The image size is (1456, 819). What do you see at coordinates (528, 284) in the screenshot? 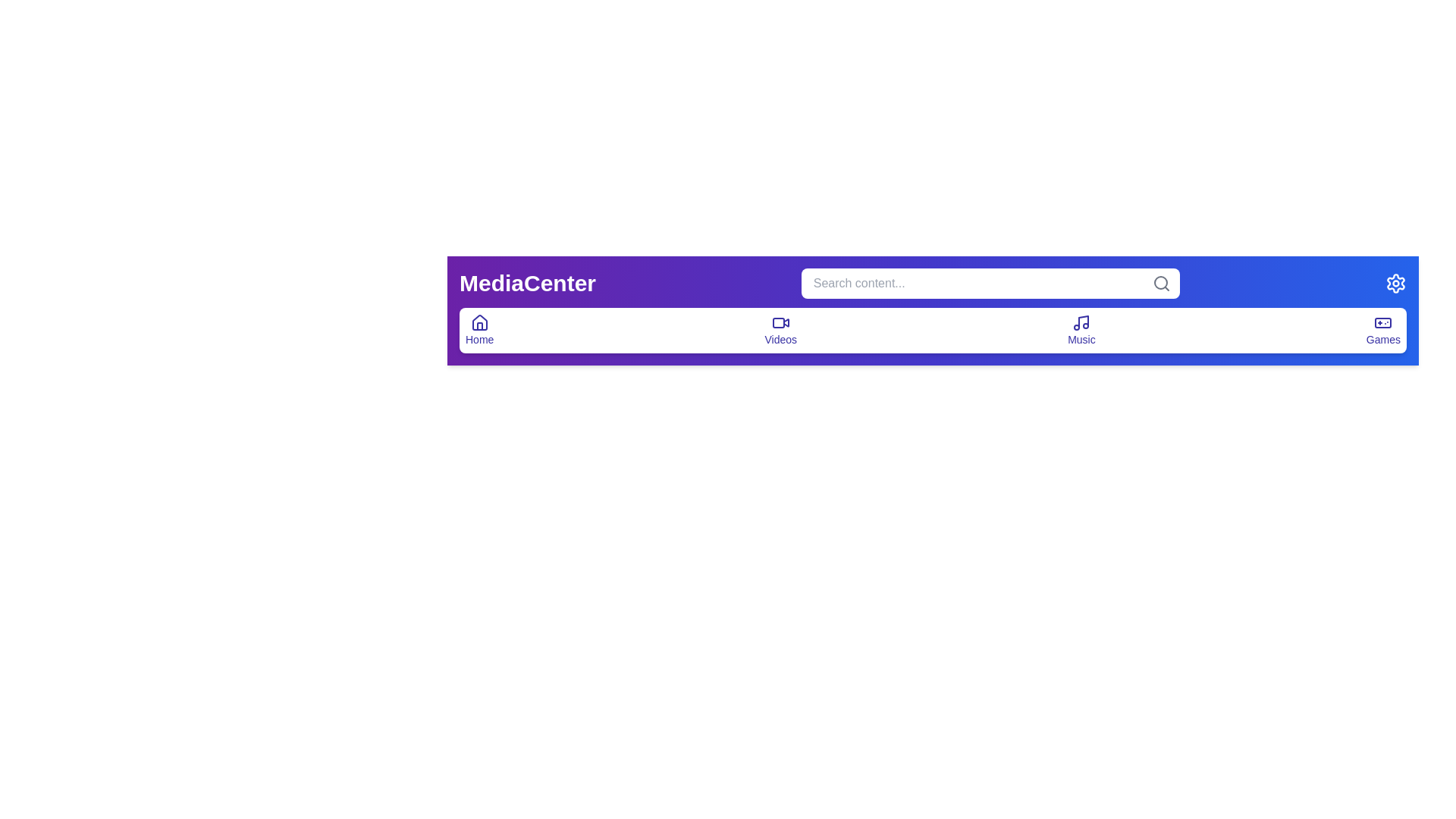
I see `the 'MediaCenter' text` at bounding box center [528, 284].